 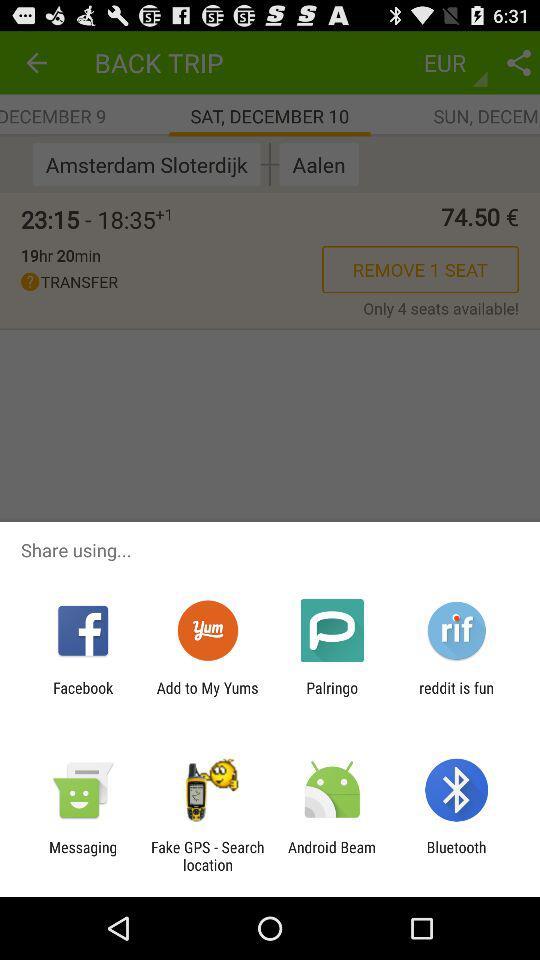 I want to click on the app to the right of facebook app, so click(x=206, y=696).